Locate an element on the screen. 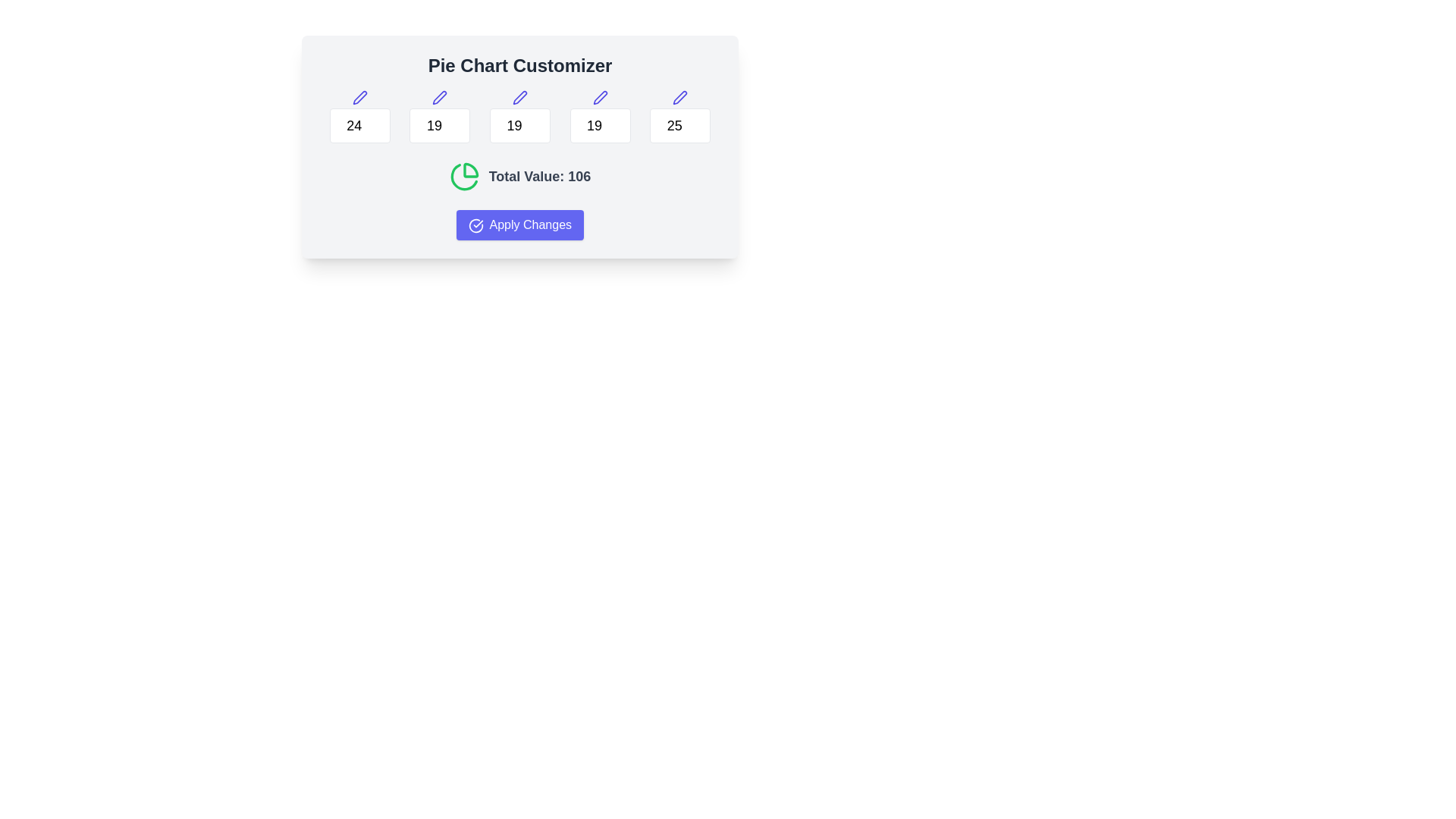  the third pen icon from the left, which is indigo colored and located above the second input box displaying the number '19', to initiate editing is located at coordinates (520, 97).